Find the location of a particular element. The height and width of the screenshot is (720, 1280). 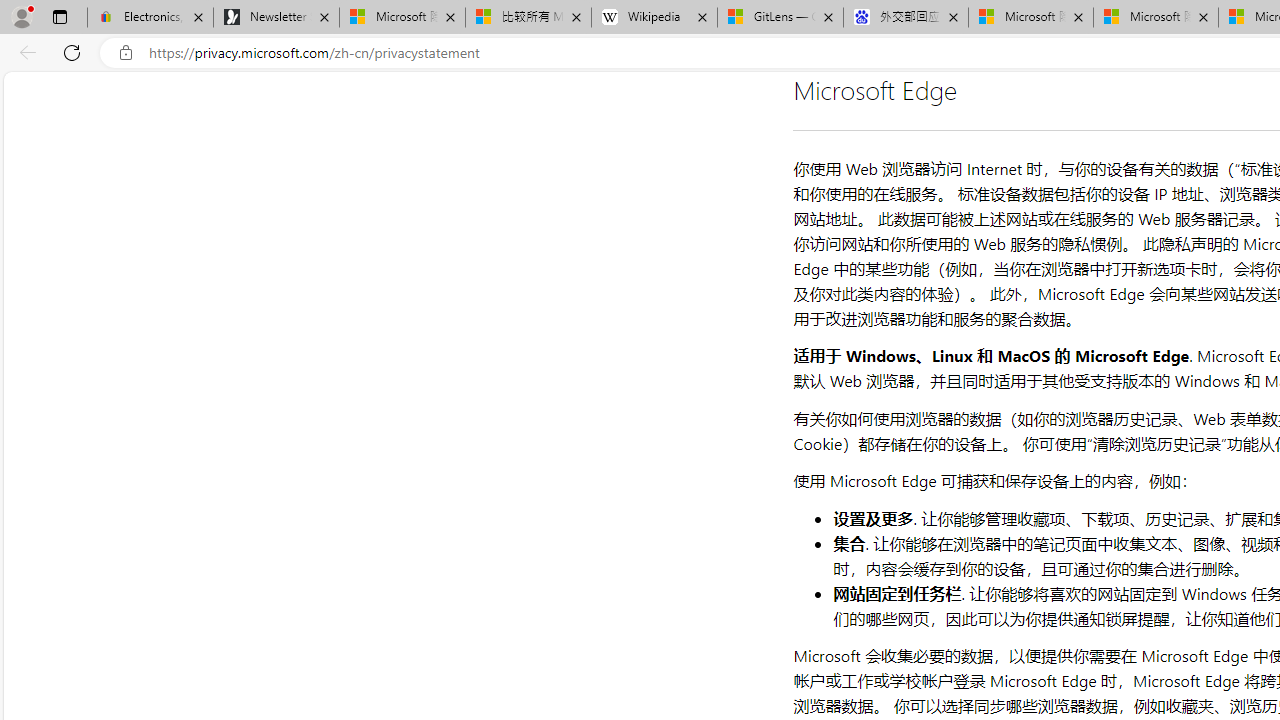

'View site information' is located at coordinates (125, 52).